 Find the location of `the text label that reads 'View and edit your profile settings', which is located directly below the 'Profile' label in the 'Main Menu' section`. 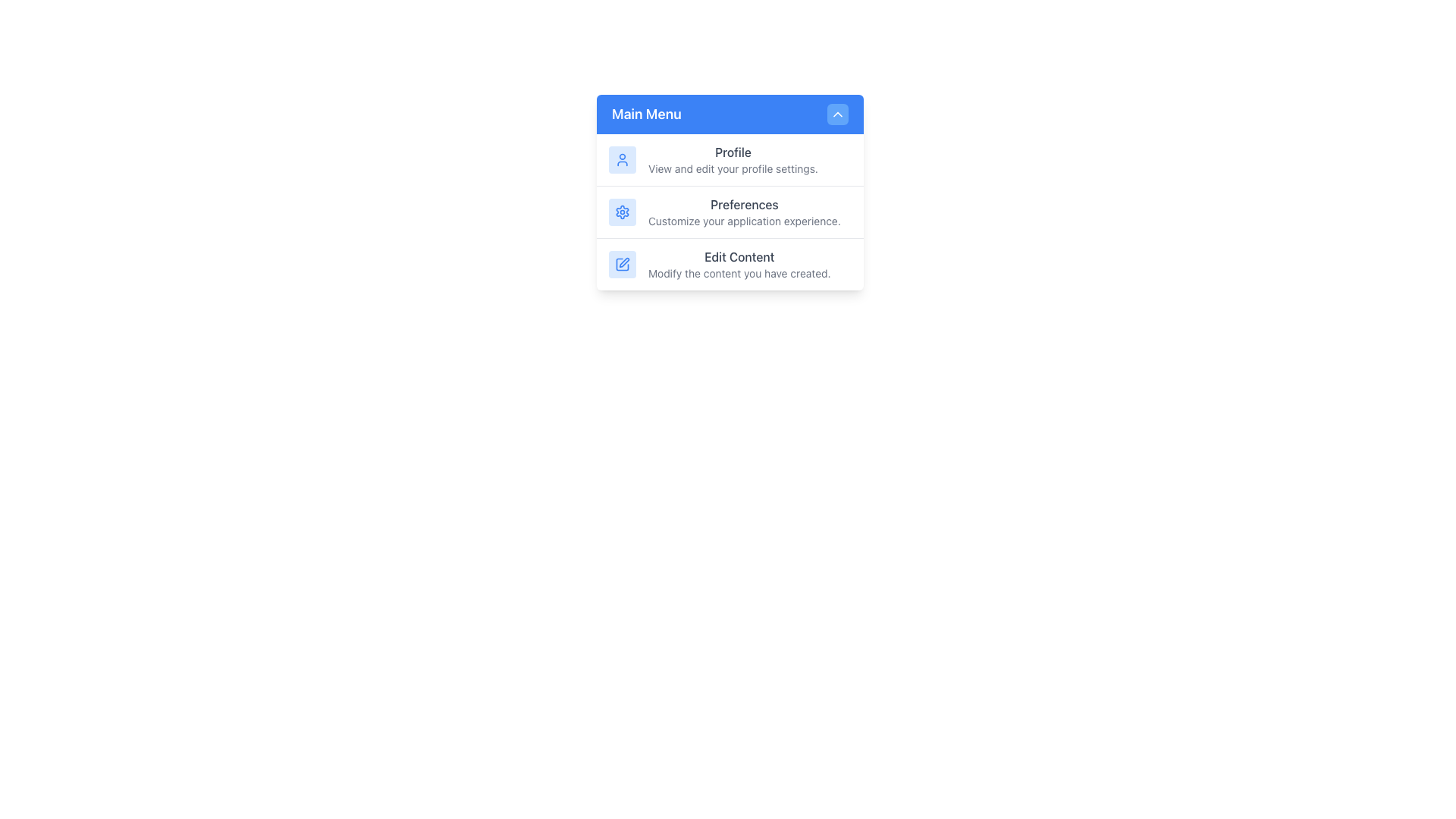

the text label that reads 'View and edit your profile settings', which is located directly below the 'Profile' label in the 'Main Menu' section is located at coordinates (733, 169).